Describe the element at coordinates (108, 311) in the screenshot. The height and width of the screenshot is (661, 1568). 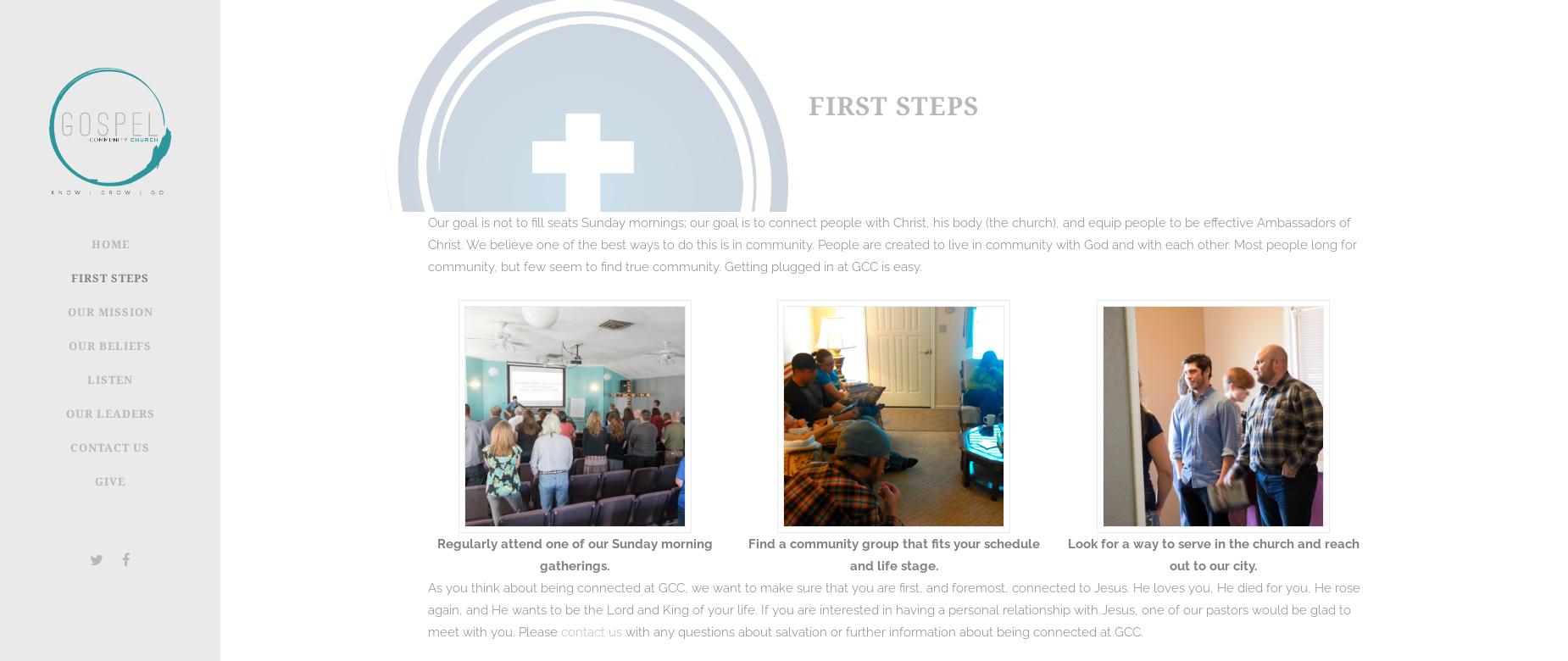
I see `'Our Mission'` at that location.